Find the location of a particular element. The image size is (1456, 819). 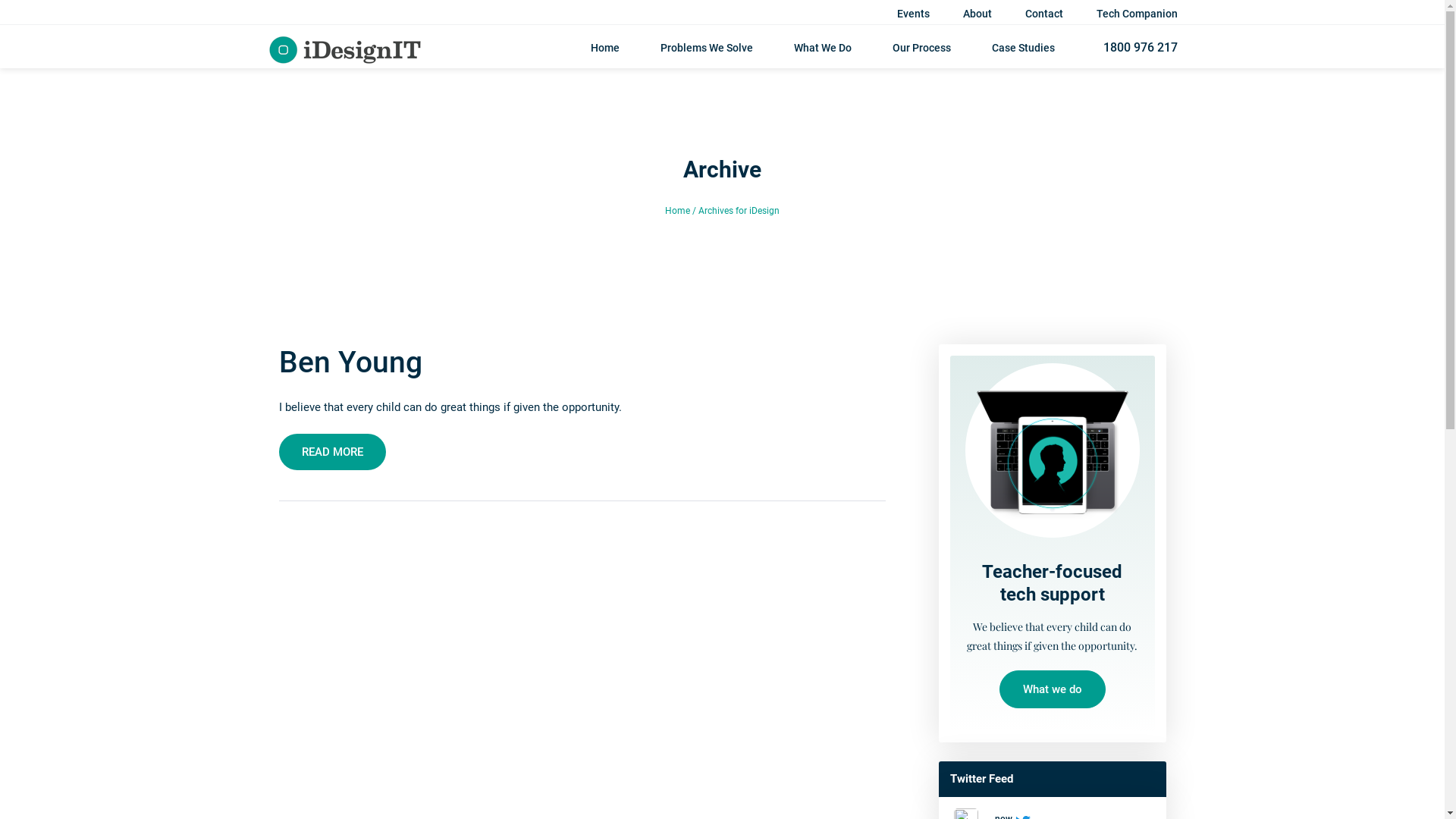

'What We Do' is located at coordinates (821, 52).